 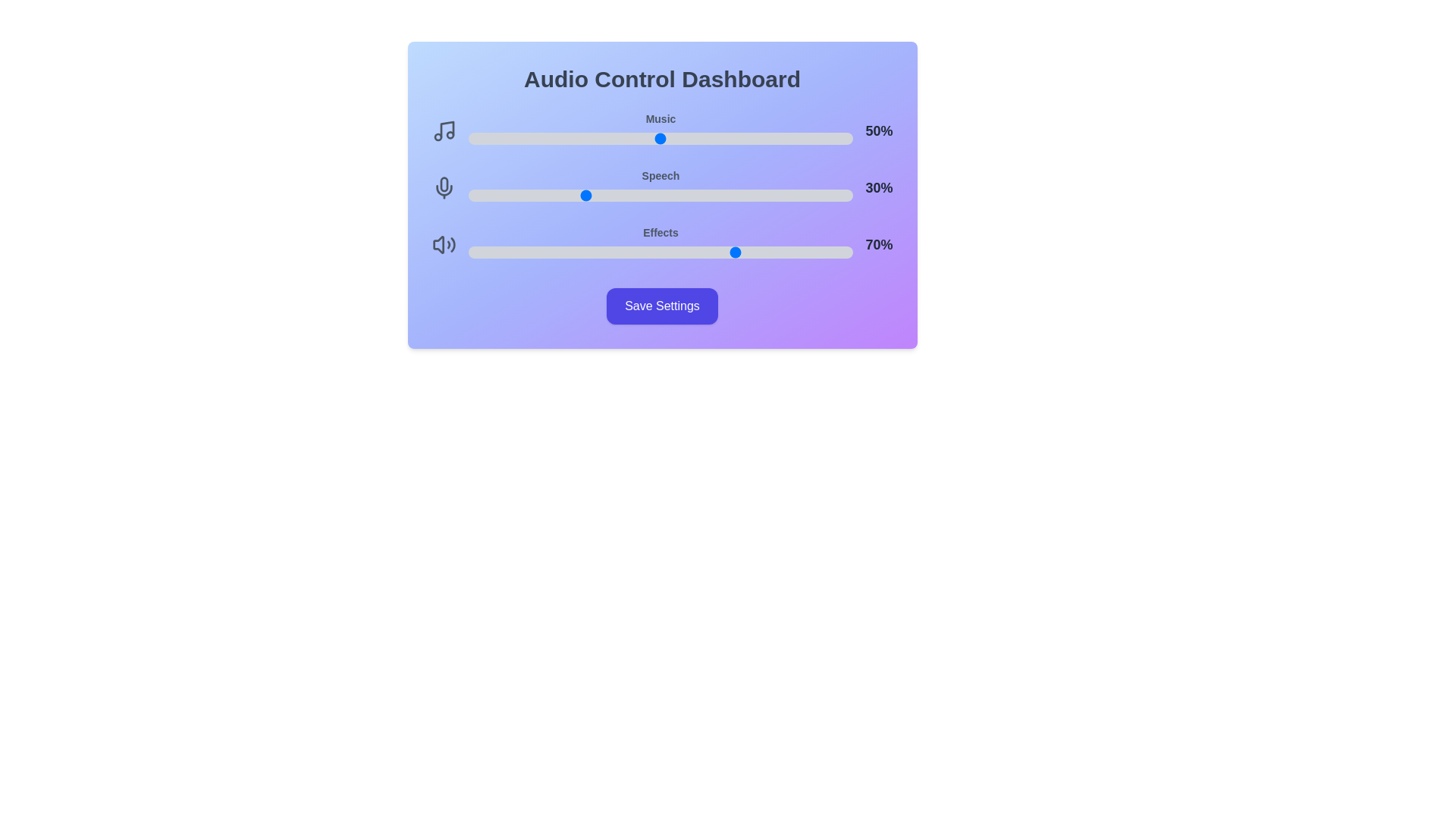 I want to click on the music volume slider to 69%, so click(x=734, y=138).